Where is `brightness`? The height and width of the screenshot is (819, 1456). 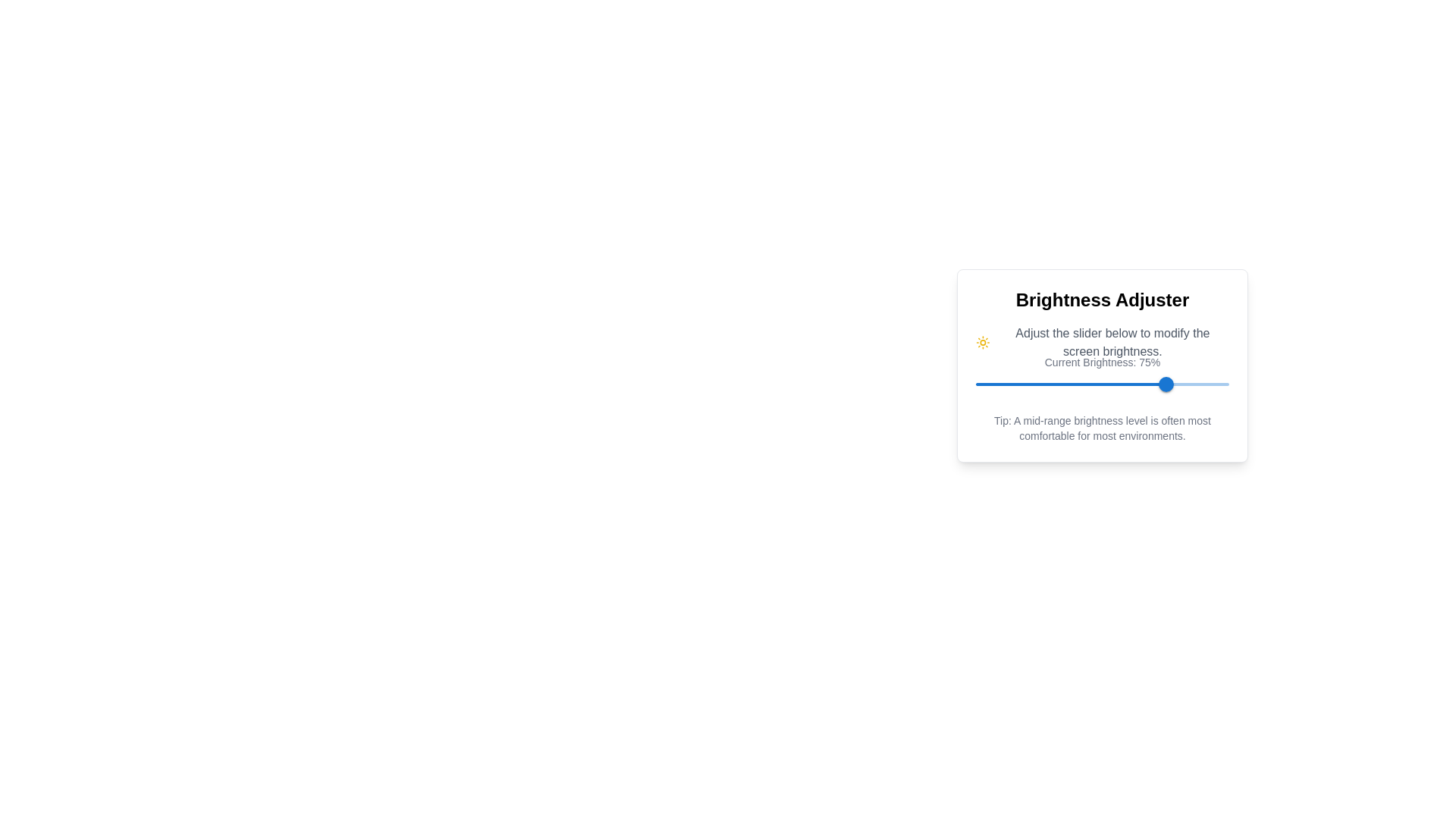
brightness is located at coordinates (1189, 383).